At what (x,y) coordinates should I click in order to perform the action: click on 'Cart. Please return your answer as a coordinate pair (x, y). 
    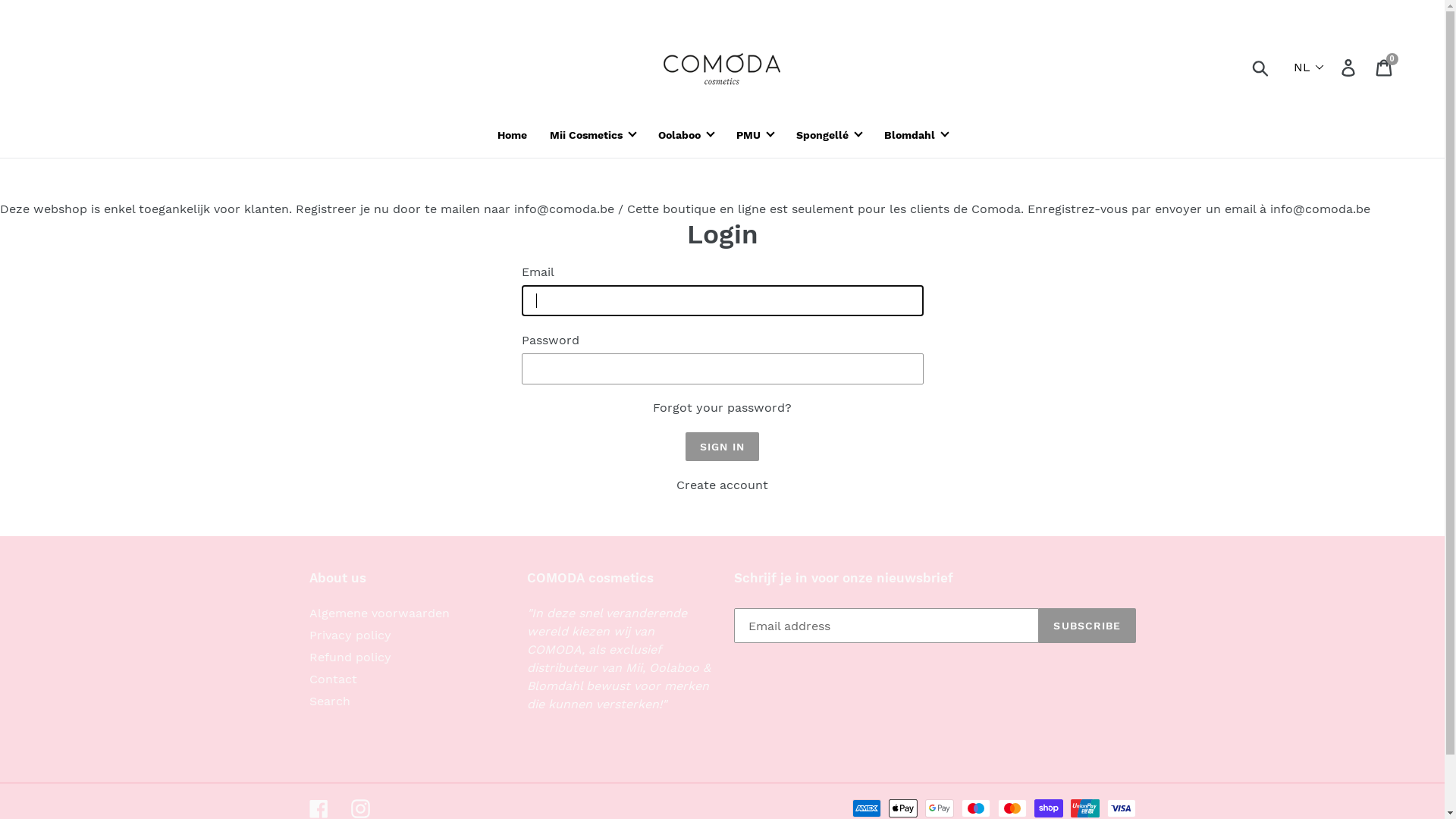
    Looking at the image, I should click on (1385, 66).